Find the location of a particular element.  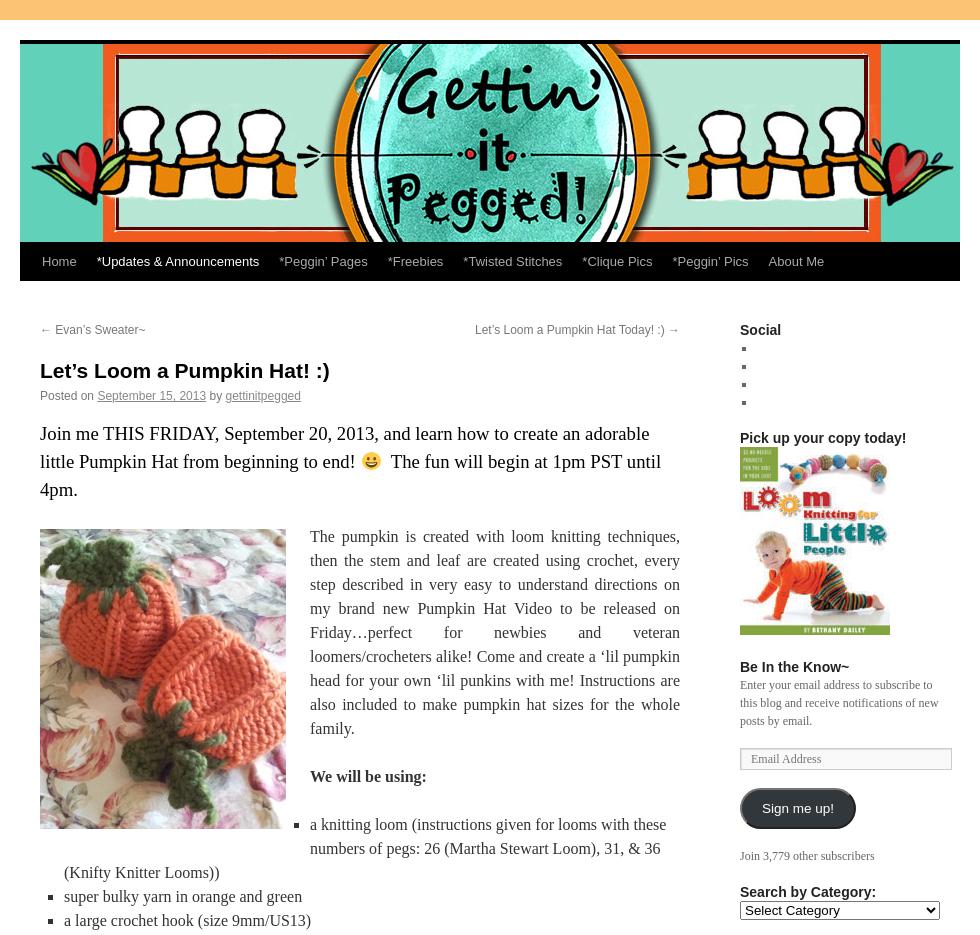

'Posted on' is located at coordinates (67, 395).